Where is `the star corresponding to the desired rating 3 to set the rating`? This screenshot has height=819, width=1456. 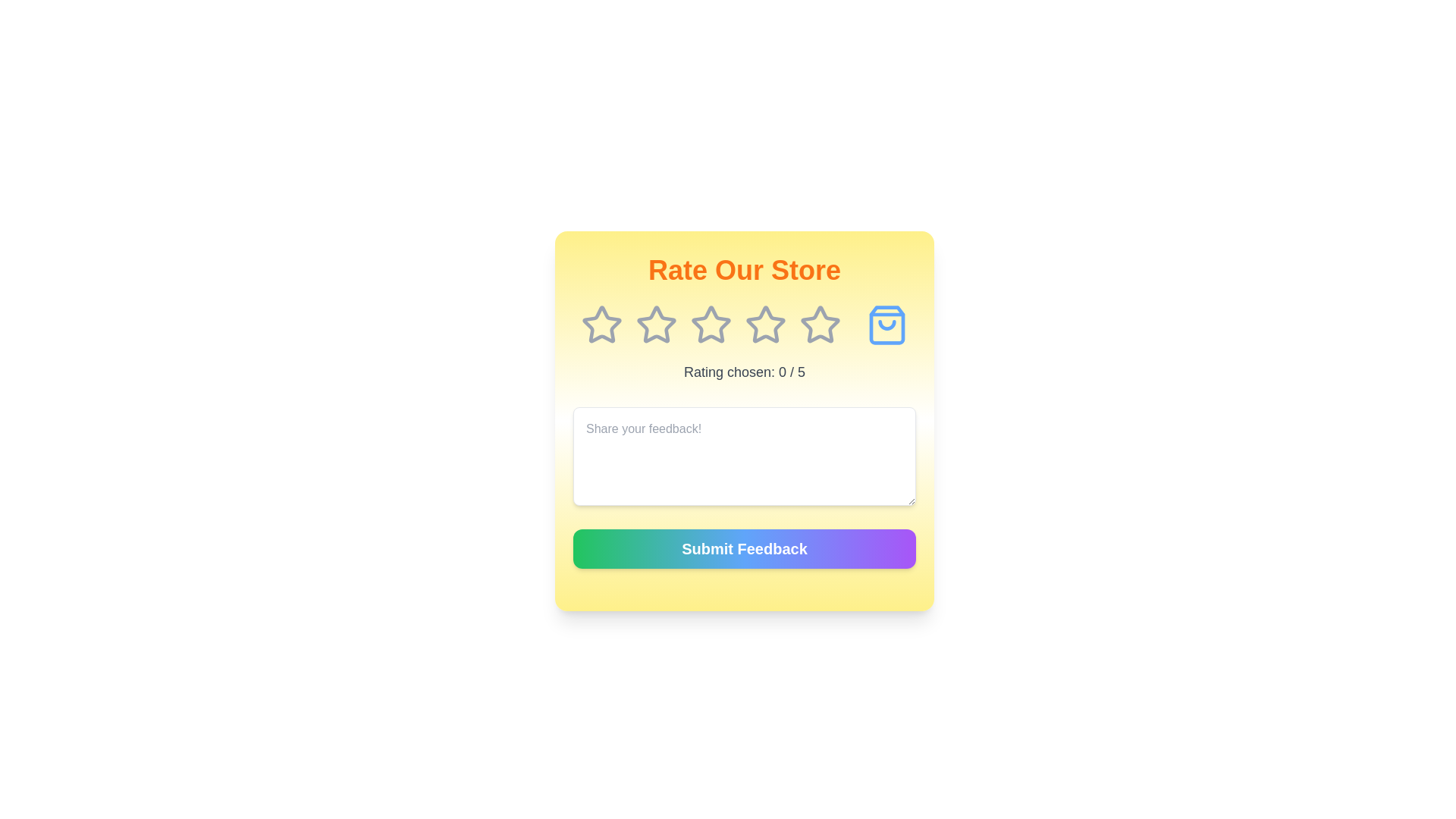
the star corresponding to the desired rating 3 to set the rating is located at coordinates (710, 324).